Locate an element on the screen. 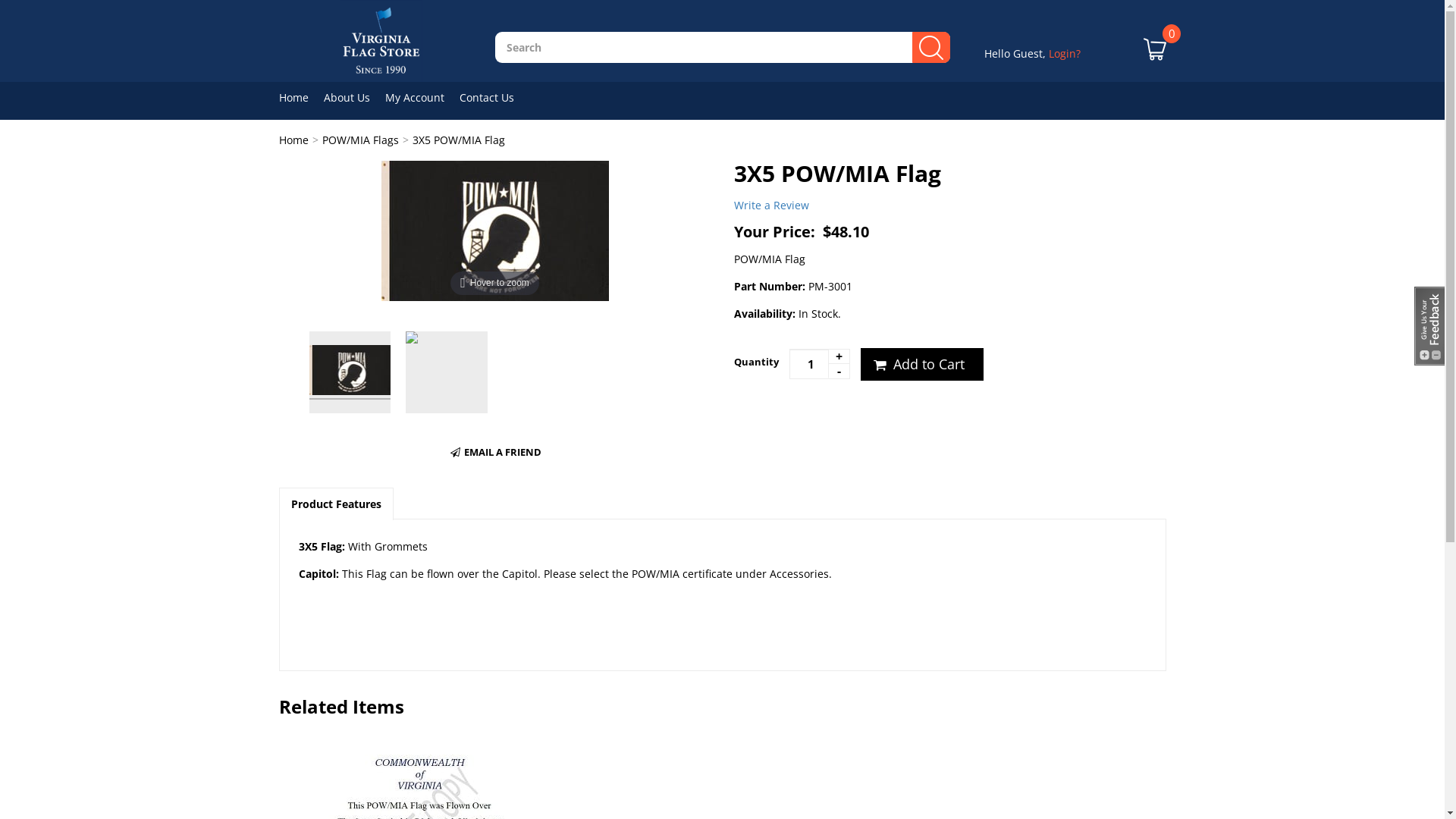 The width and height of the screenshot is (1456, 819). 'Contact Us' is located at coordinates (494, 97).